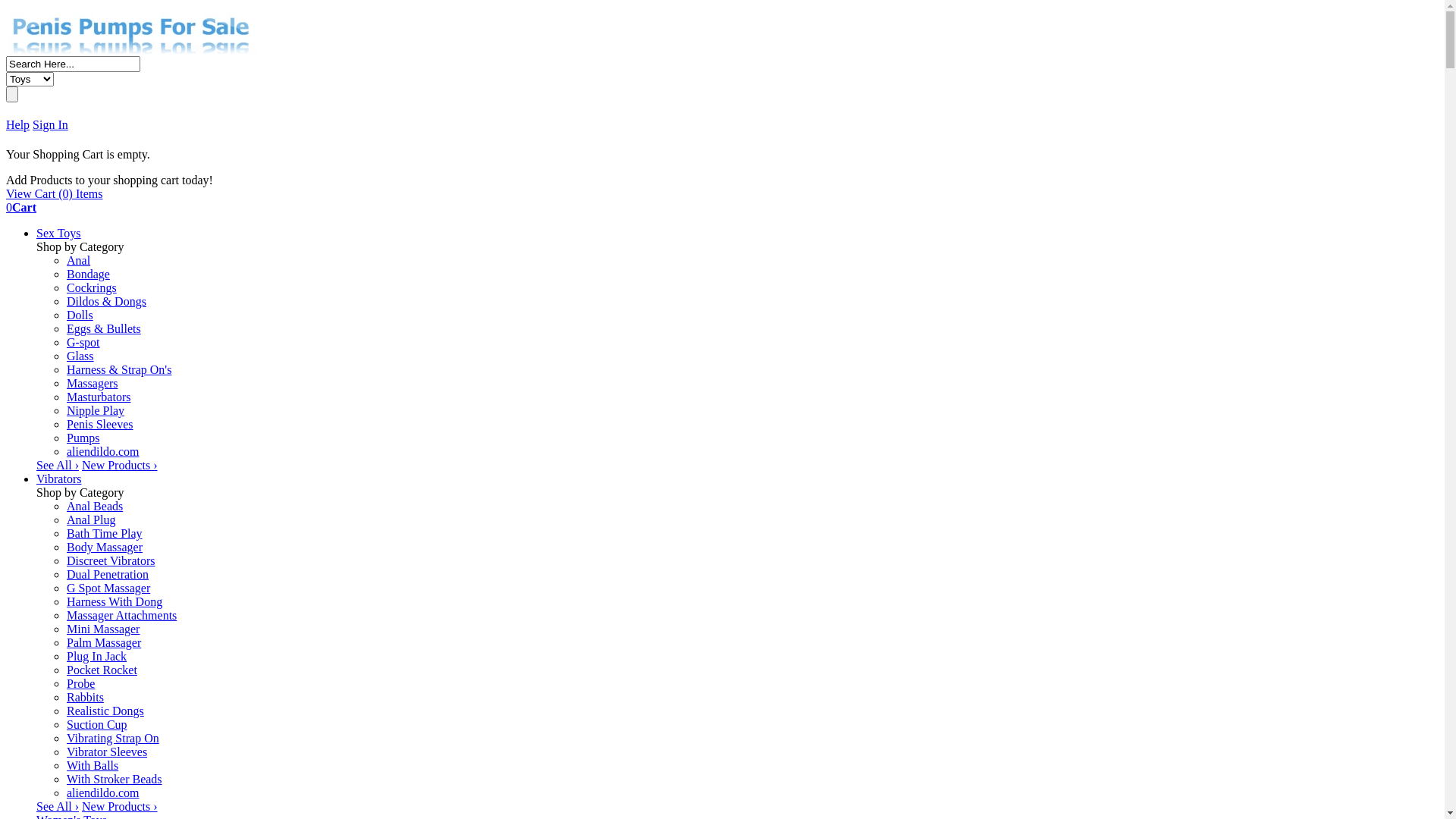 The height and width of the screenshot is (819, 1456). What do you see at coordinates (121, 615) in the screenshot?
I see `'Massager Attachments'` at bounding box center [121, 615].